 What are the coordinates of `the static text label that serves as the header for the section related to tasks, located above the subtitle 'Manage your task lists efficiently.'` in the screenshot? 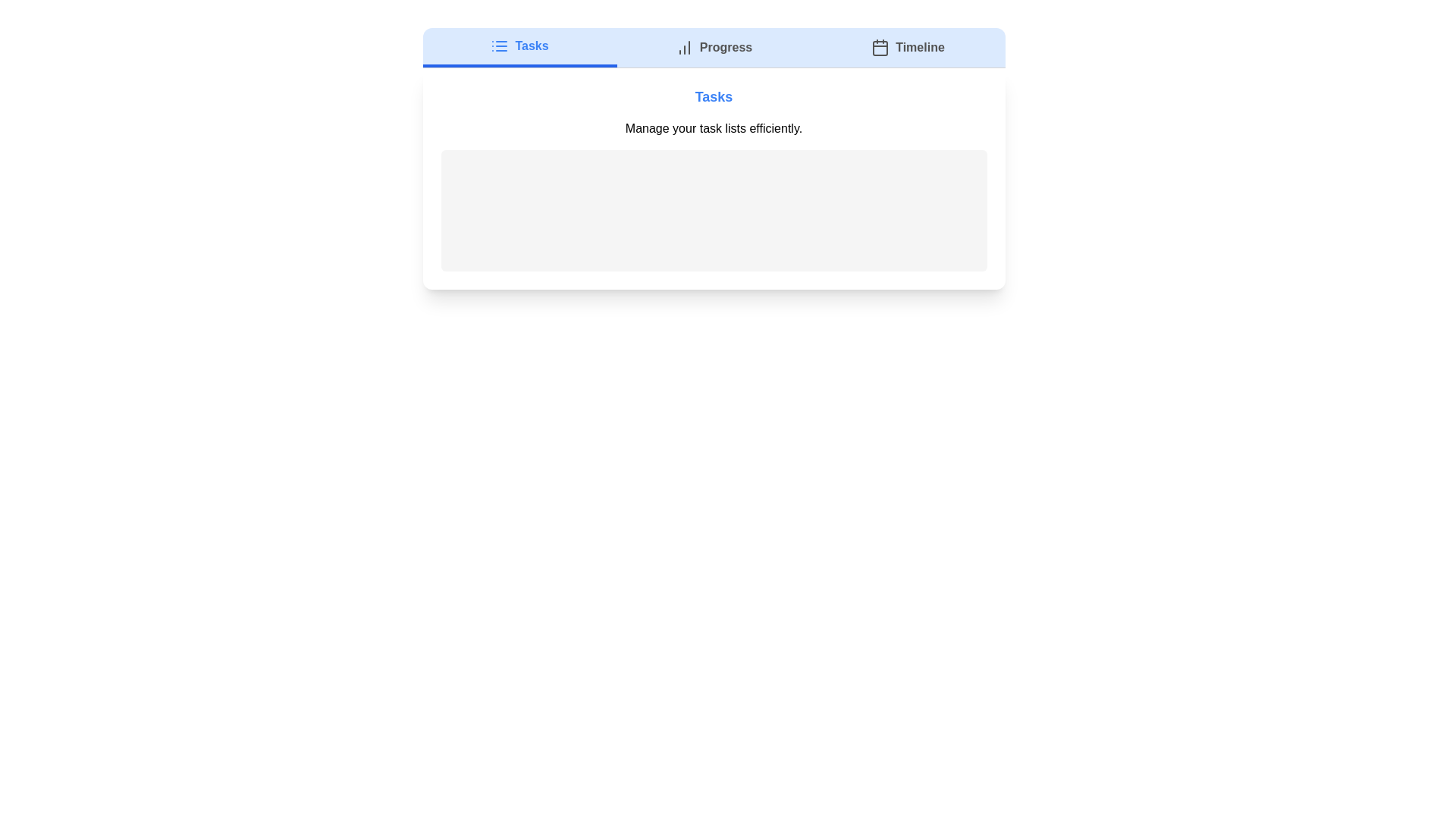 It's located at (713, 96).